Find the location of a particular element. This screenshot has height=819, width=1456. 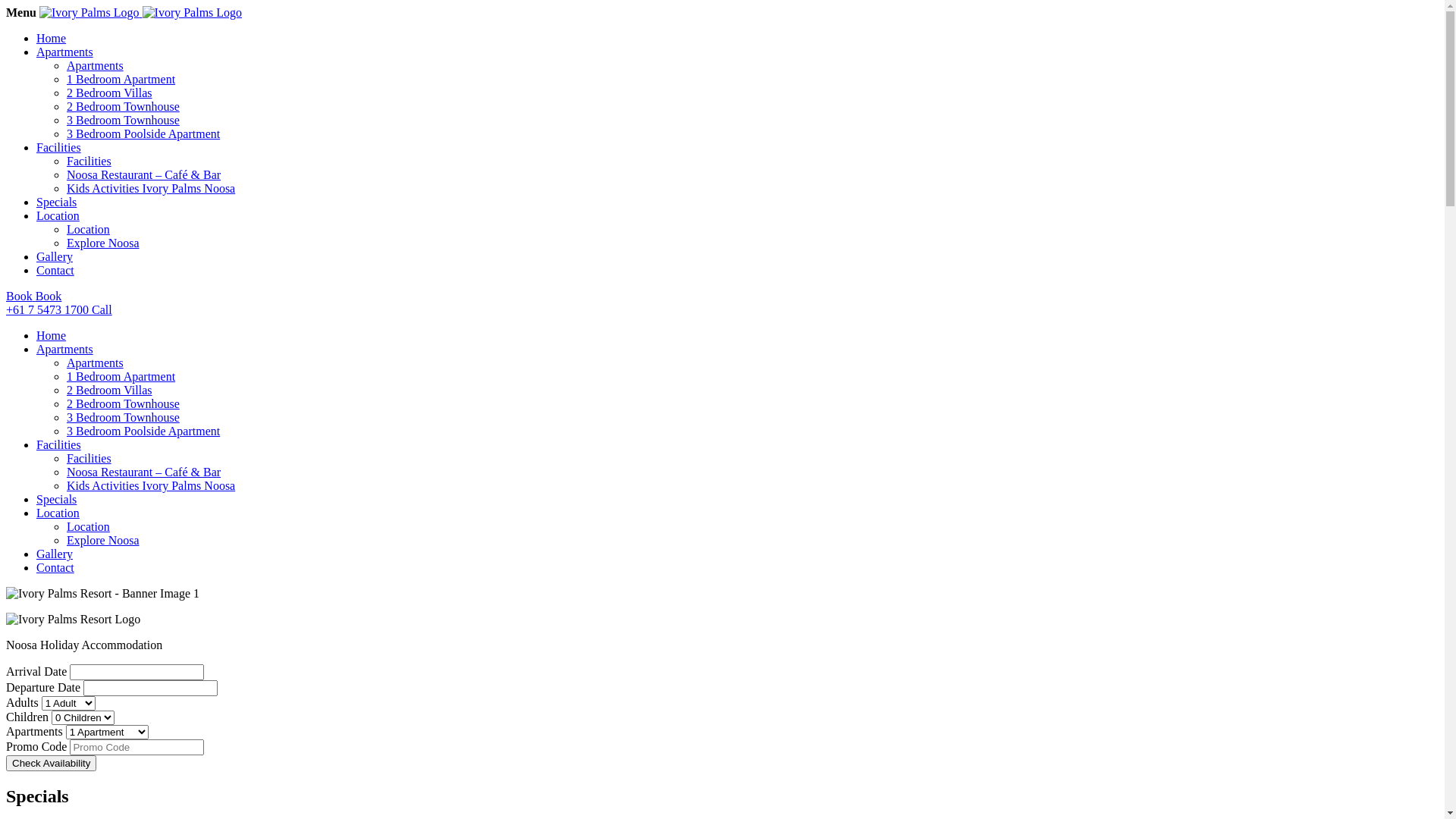

'3 Bedroom Poolside Apartment' is located at coordinates (143, 133).